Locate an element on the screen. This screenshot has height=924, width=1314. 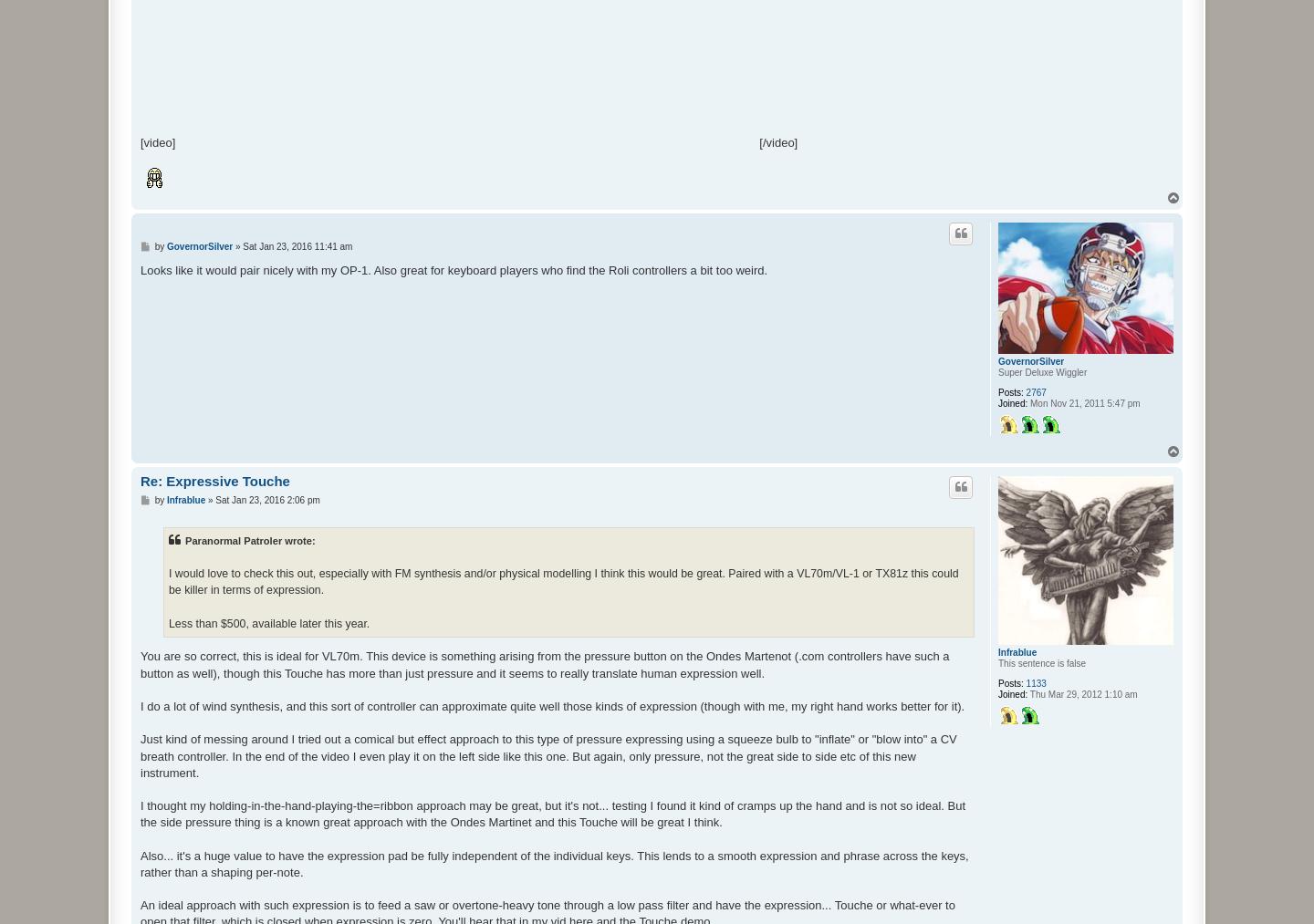
'Sat Jan 23, 2016 2:06 pm' is located at coordinates (266, 499).